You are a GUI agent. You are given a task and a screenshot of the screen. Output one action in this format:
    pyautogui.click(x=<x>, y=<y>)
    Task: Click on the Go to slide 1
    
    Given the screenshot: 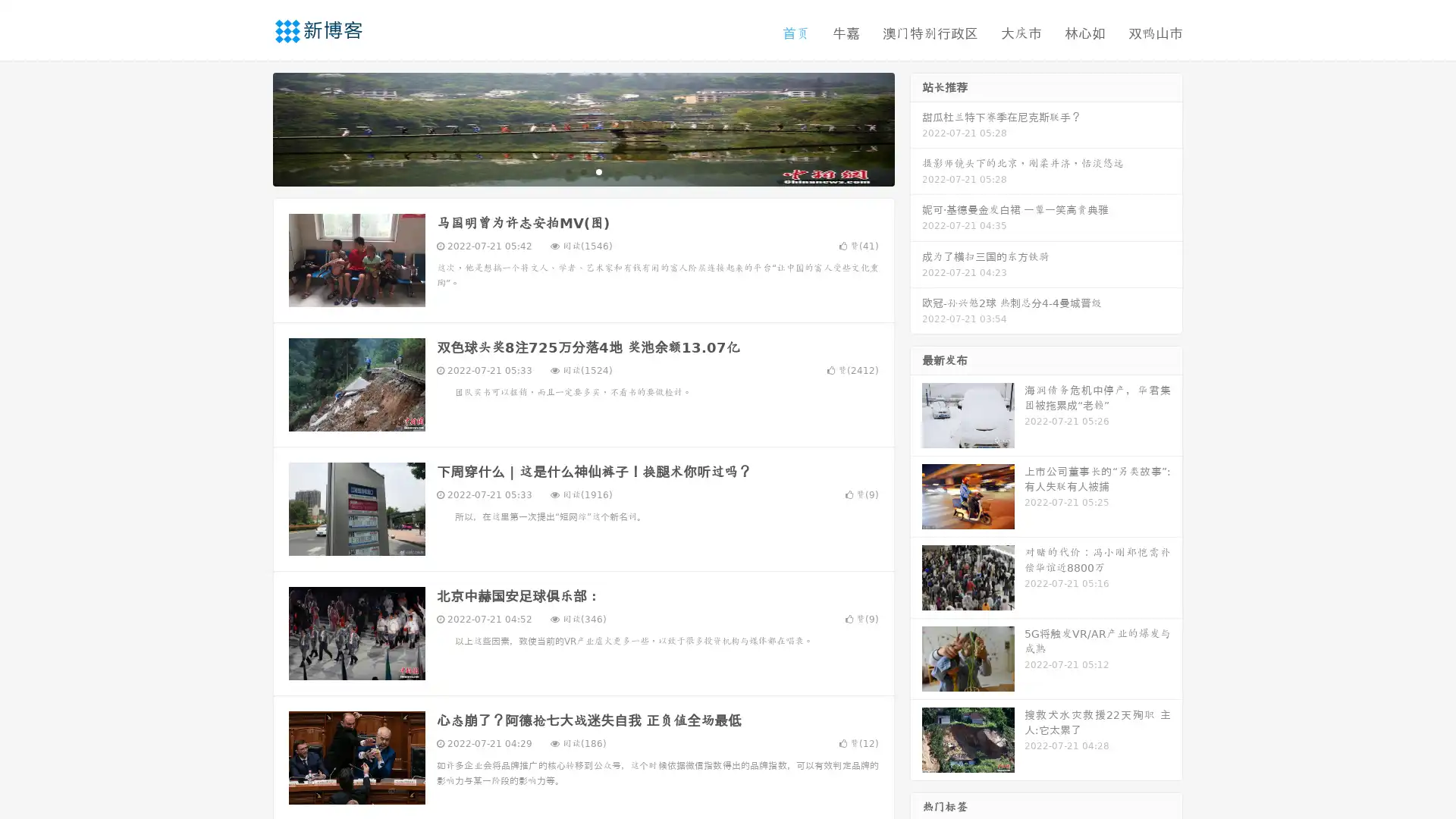 What is the action you would take?
    pyautogui.click(x=567, y=171)
    